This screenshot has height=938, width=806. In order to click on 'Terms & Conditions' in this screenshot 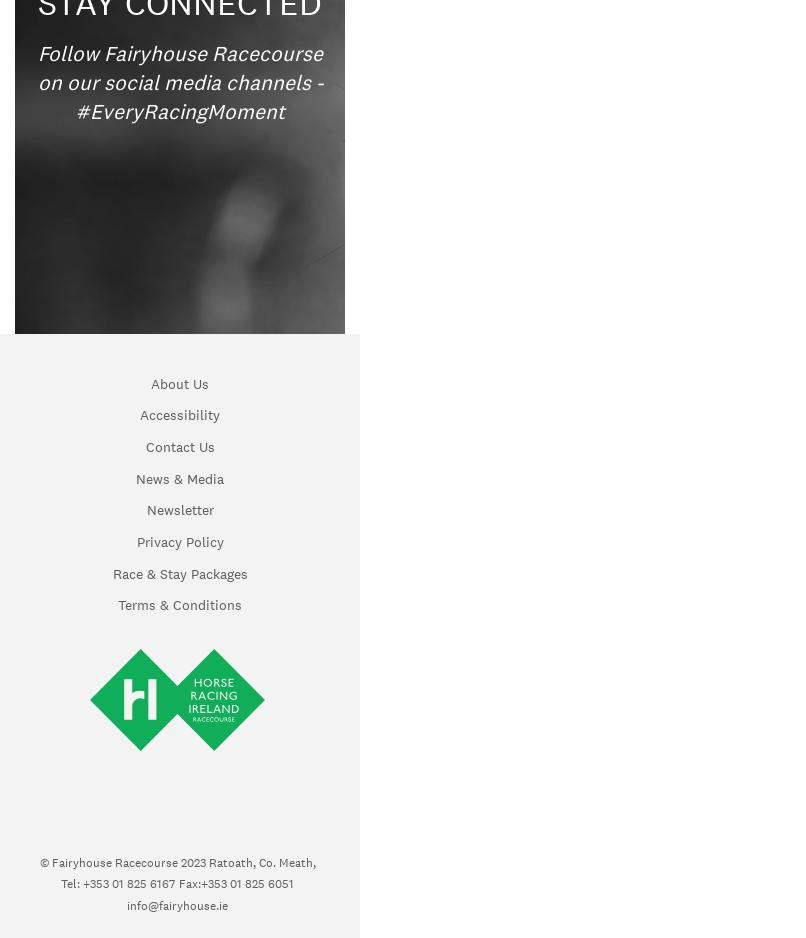, I will do `click(179, 605)`.